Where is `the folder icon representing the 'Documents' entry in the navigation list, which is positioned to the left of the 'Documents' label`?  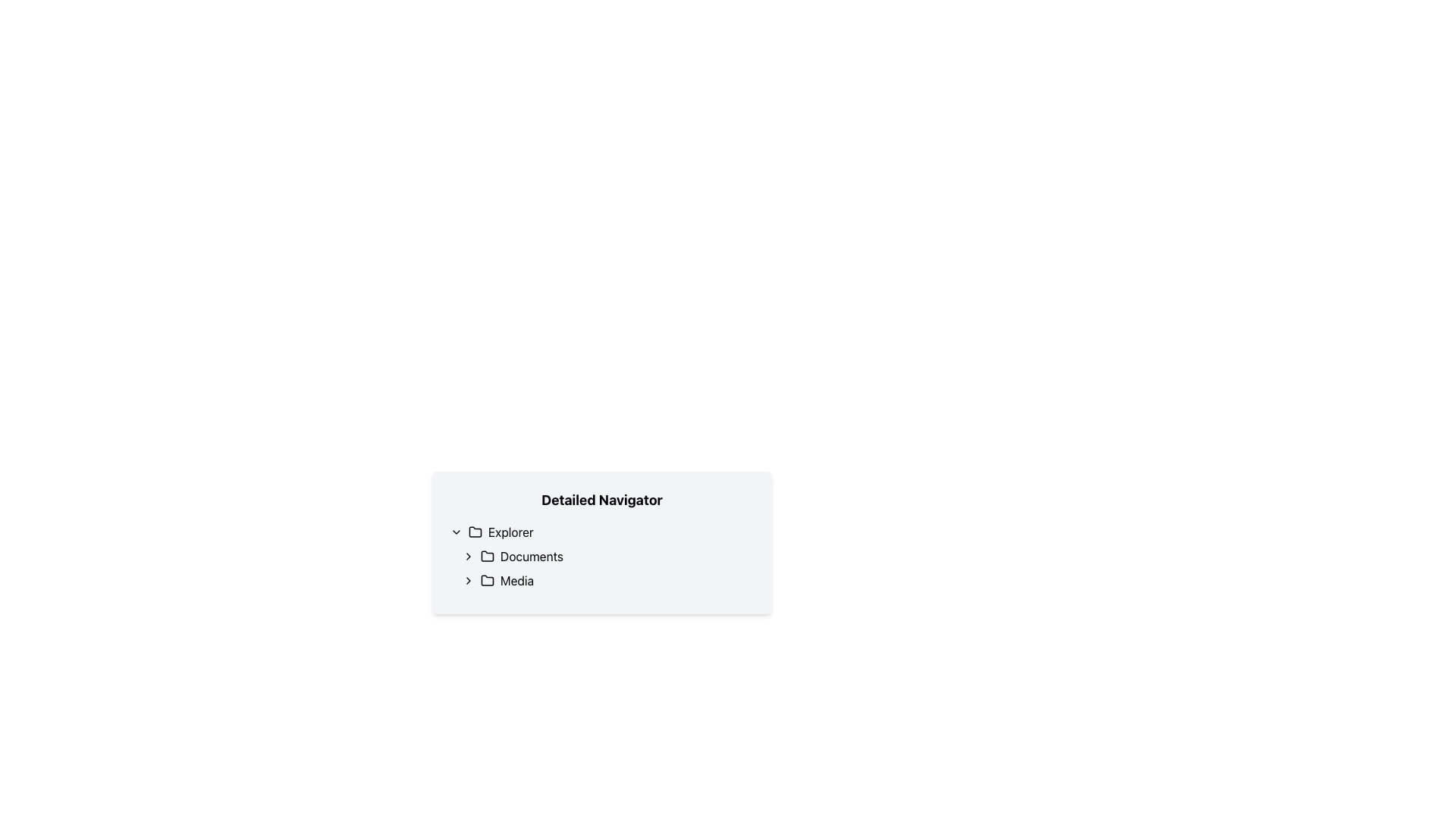
the folder icon representing the 'Documents' entry in the navigation list, which is positioned to the left of the 'Documents' label is located at coordinates (488, 556).